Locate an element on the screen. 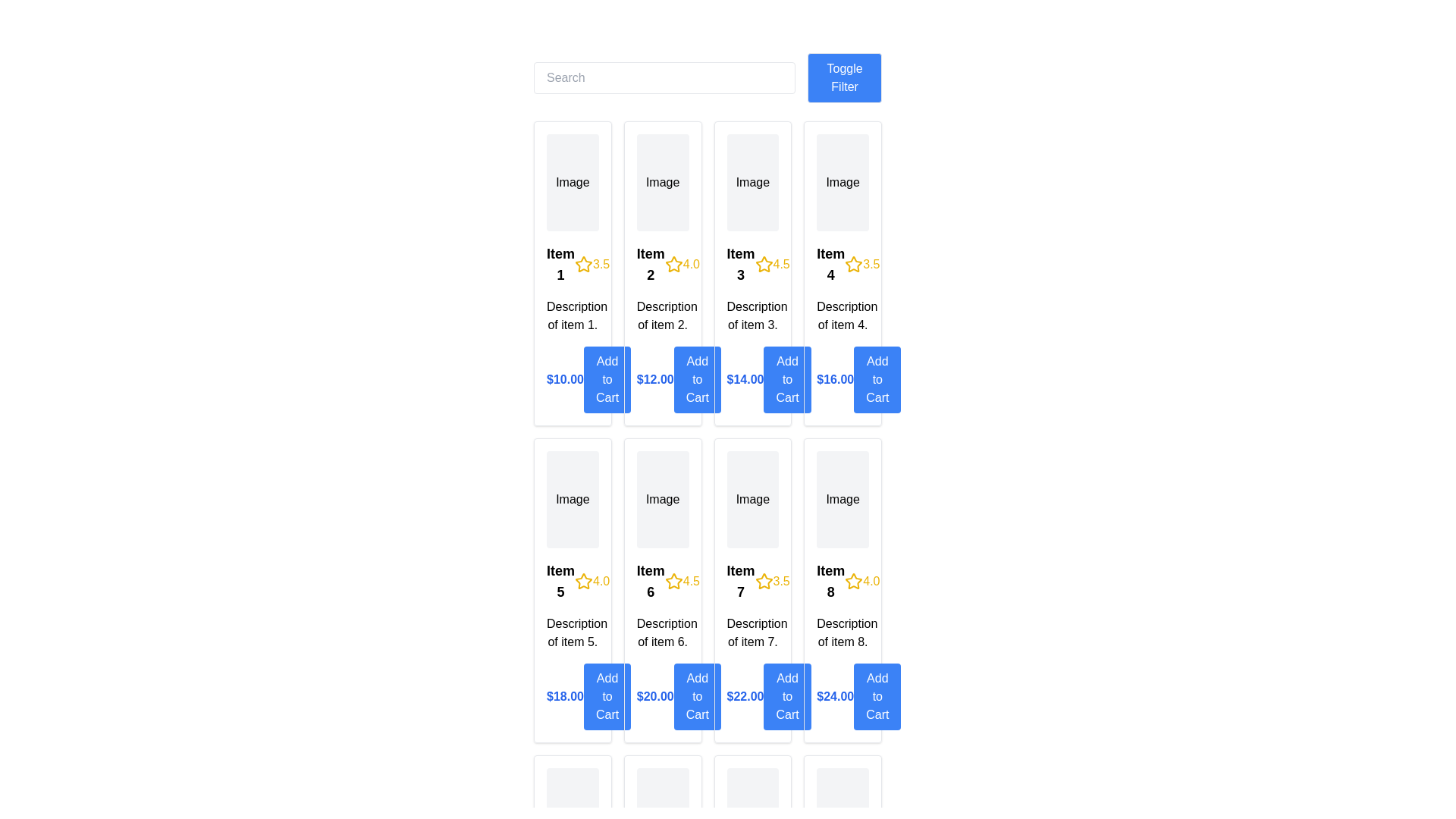  the title and rating element of 'Item 7', which displays the product's identifier and user ratings, located in the second row, third column of the grid layout is located at coordinates (752, 581).